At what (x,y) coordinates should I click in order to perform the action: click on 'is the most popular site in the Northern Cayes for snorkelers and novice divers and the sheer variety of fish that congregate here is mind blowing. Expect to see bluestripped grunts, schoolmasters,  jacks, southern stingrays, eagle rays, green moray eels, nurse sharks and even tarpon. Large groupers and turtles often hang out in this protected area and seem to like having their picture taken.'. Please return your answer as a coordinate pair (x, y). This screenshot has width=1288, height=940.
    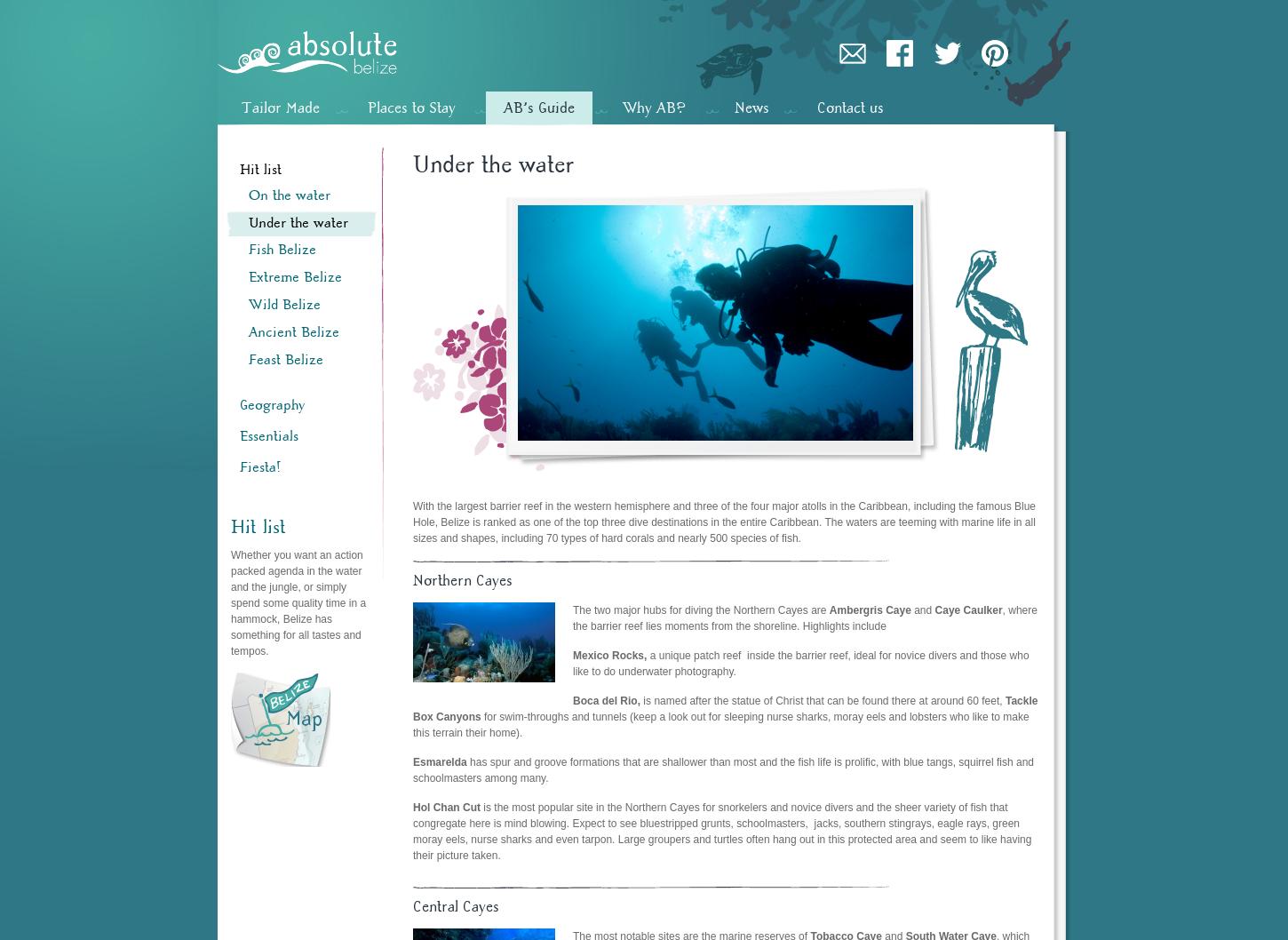
    Looking at the image, I should click on (722, 830).